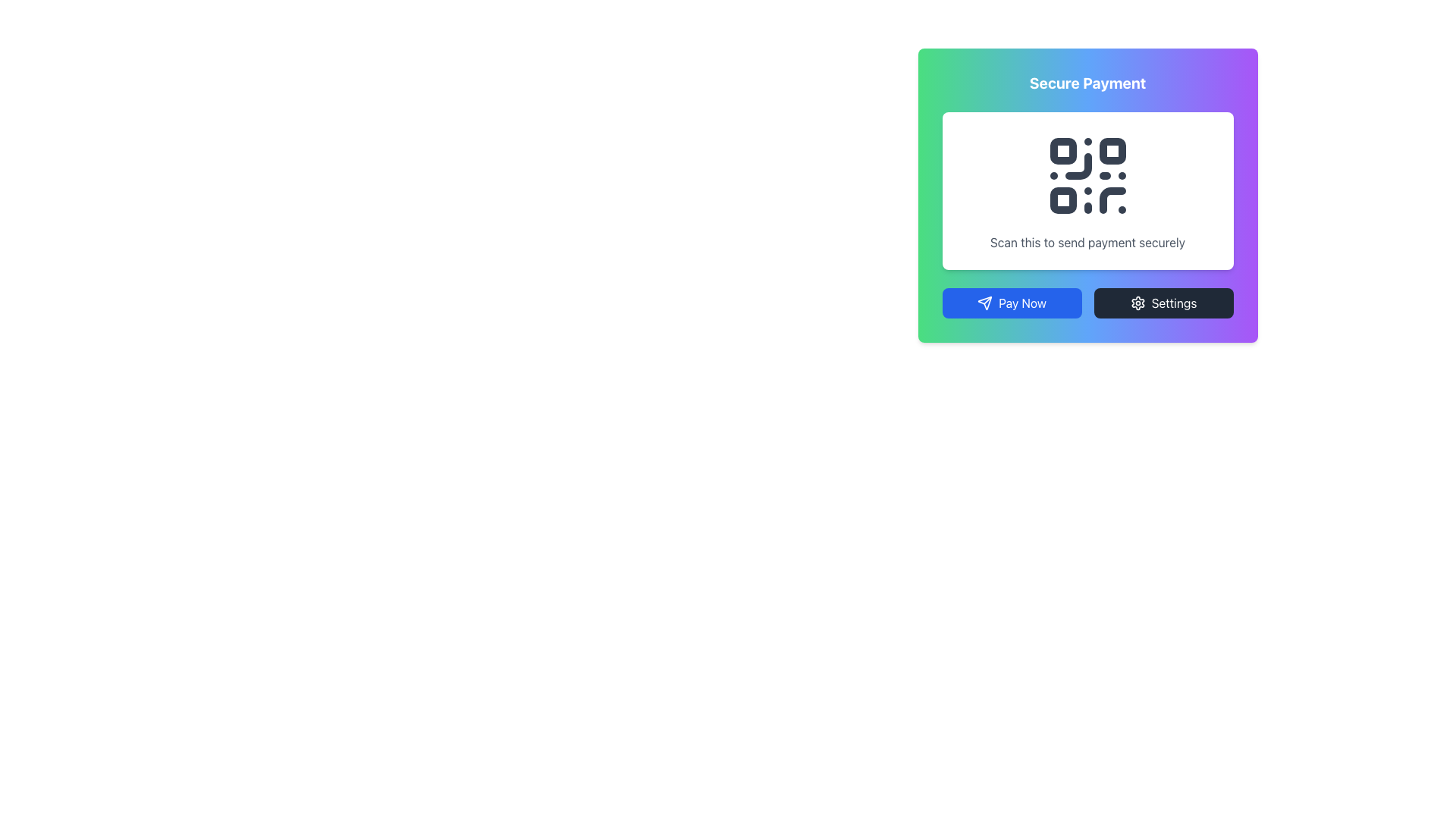 This screenshot has width=1456, height=819. What do you see at coordinates (1012, 303) in the screenshot?
I see `the 'Pay Now' button, which has a bright blue background and rounded corners, to initiate payment` at bounding box center [1012, 303].